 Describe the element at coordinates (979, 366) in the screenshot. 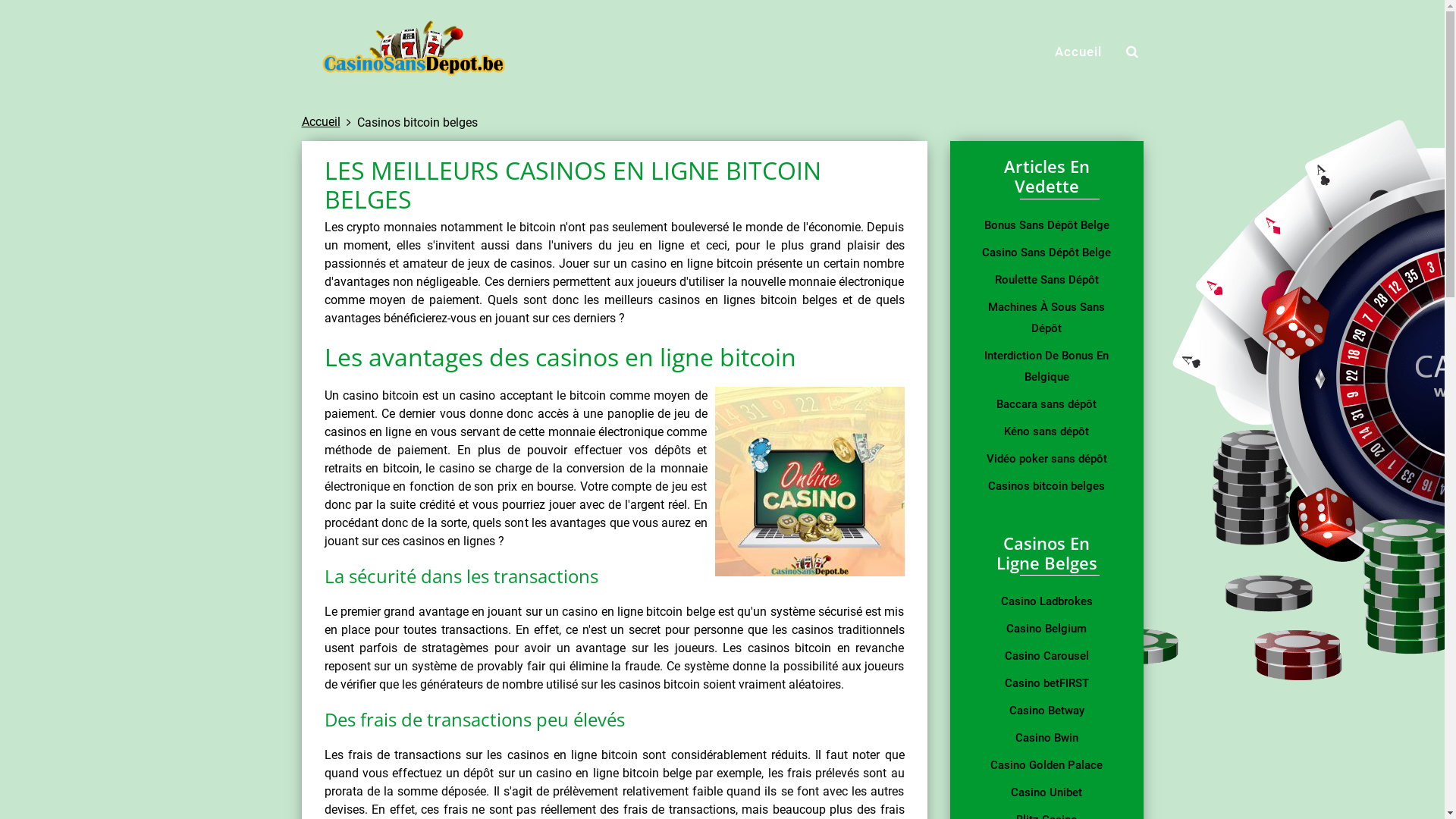

I see `'Interdiction De Bonus En Belgique'` at that location.